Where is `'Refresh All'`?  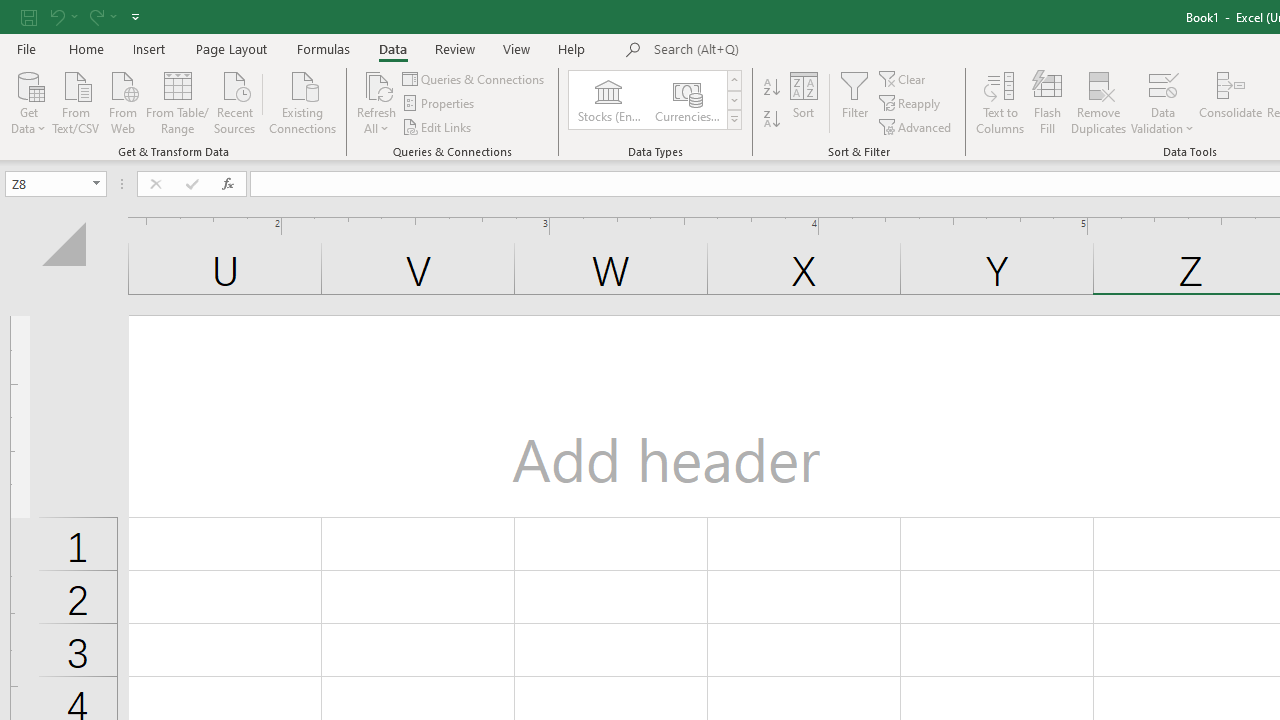 'Refresh All' is located at coordinates (376, 84).